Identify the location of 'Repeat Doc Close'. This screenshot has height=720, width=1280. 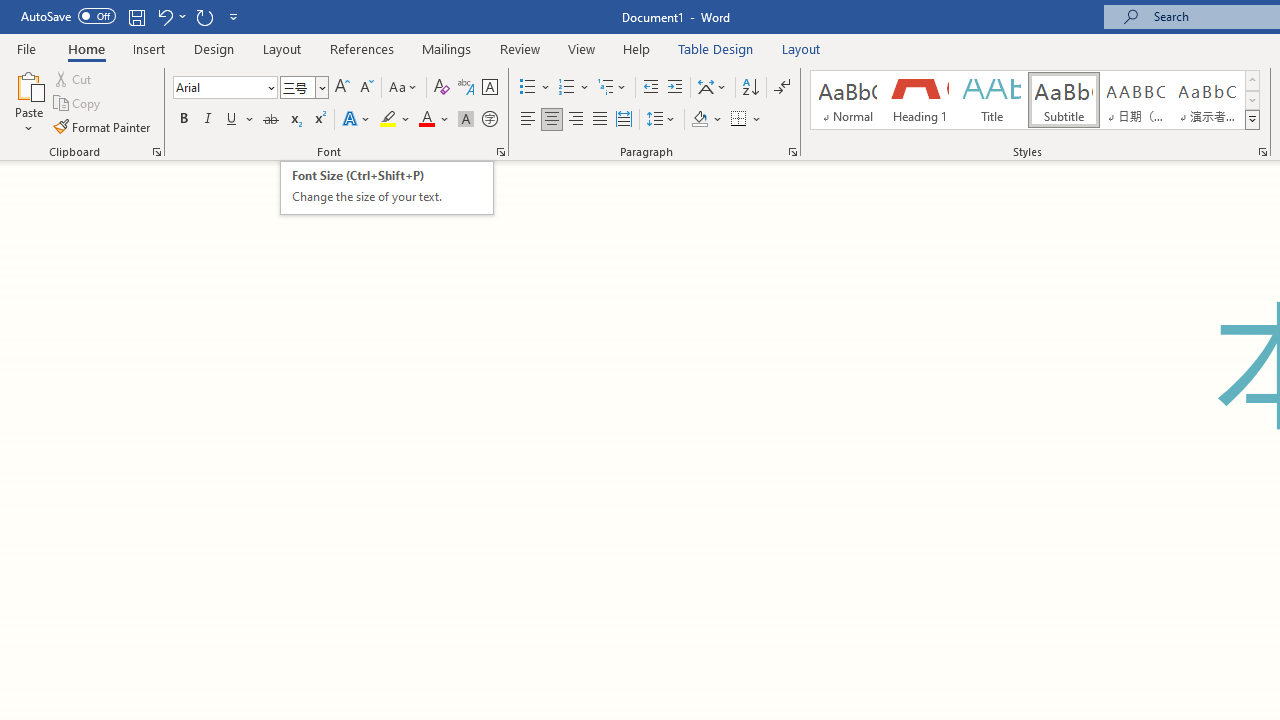
(204, 16).